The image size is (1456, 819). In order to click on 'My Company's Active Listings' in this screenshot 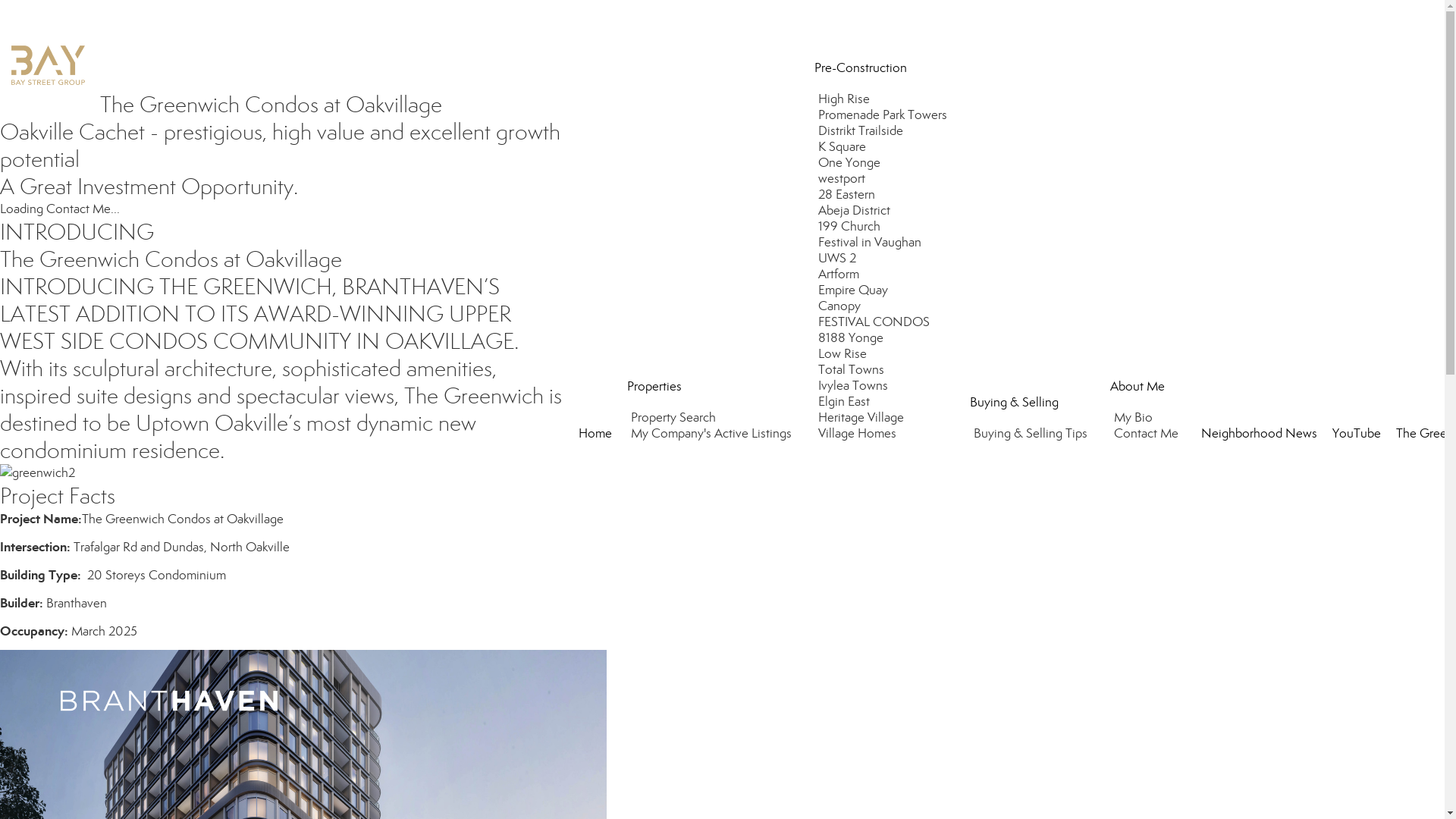, I will do `click(712, 433)`.